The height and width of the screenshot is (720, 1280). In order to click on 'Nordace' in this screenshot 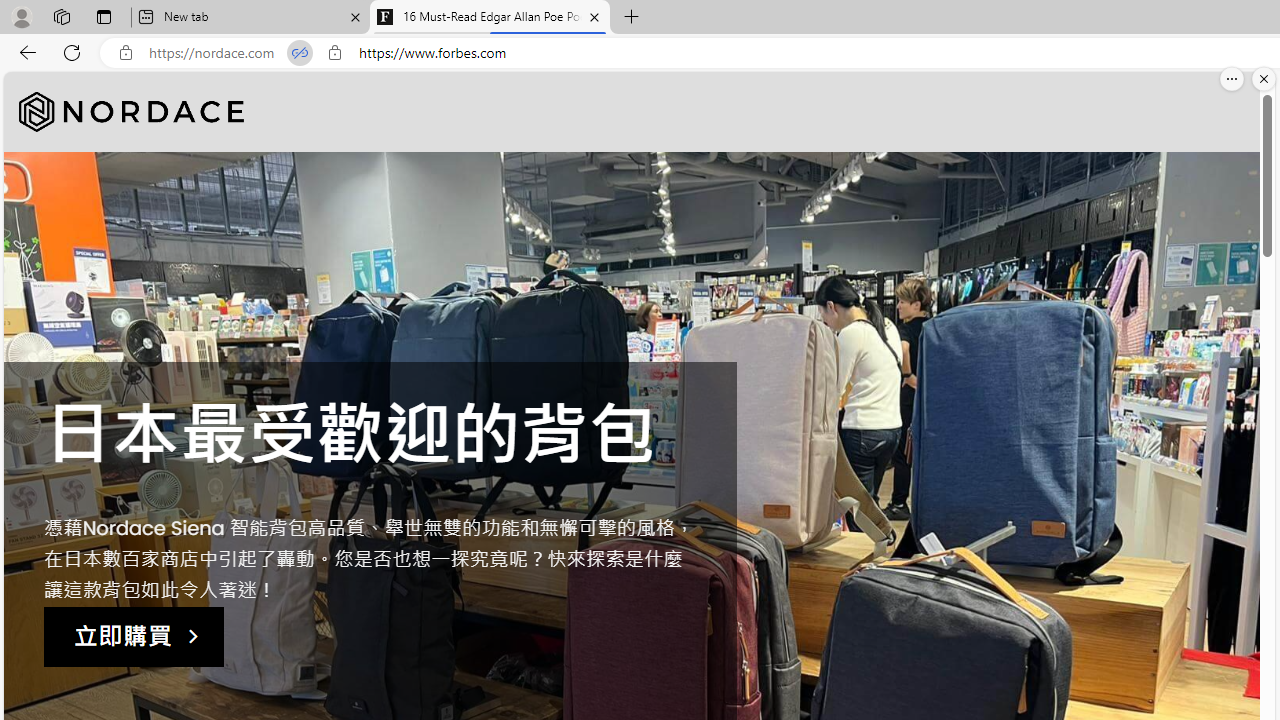, I will do `click(130, 111)`.